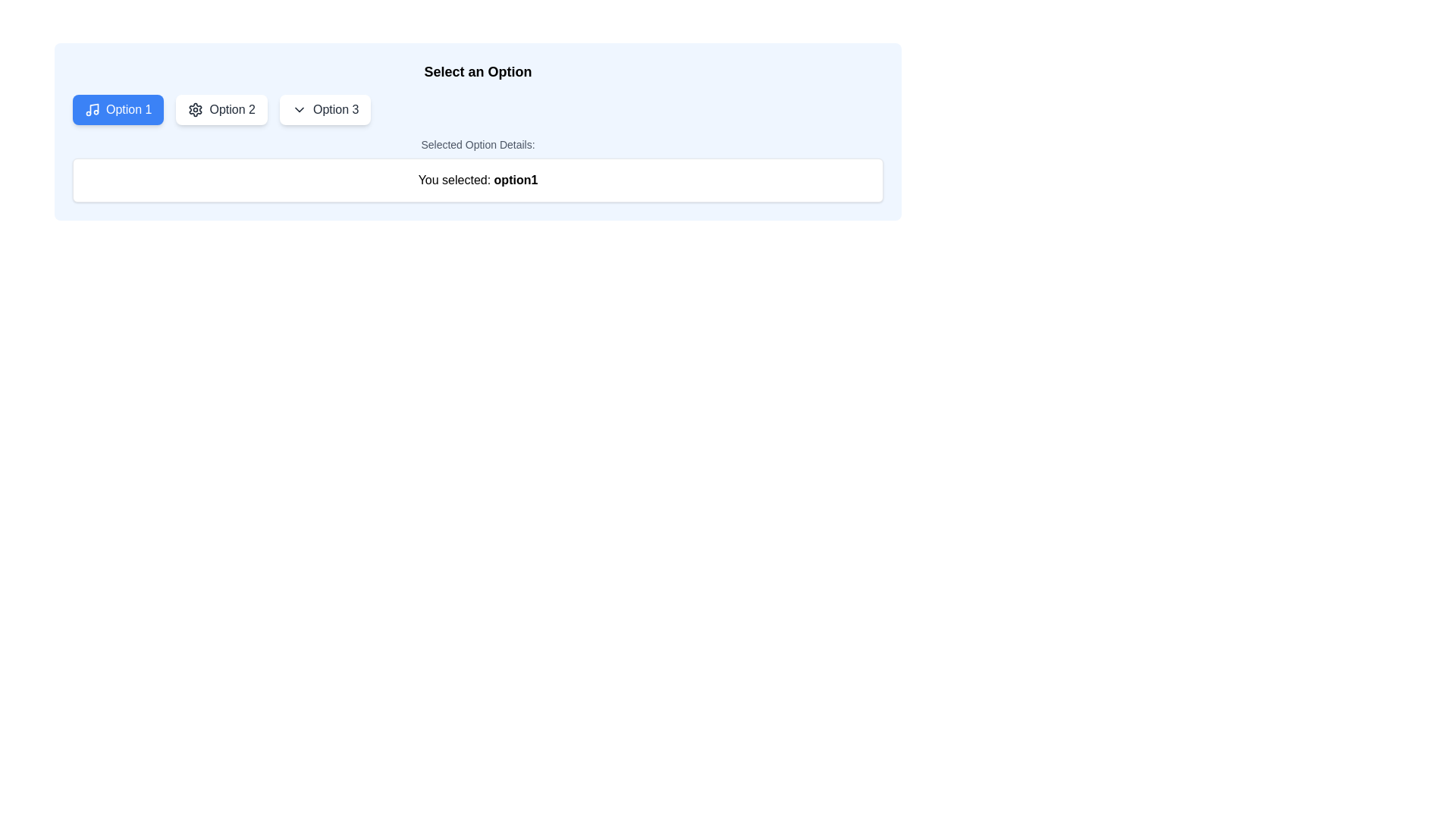  Describe the element at coordinates (299, 109) in the screenshot. I see `the dropdown icon located on the right side of the 'Option 3' button` at that location.